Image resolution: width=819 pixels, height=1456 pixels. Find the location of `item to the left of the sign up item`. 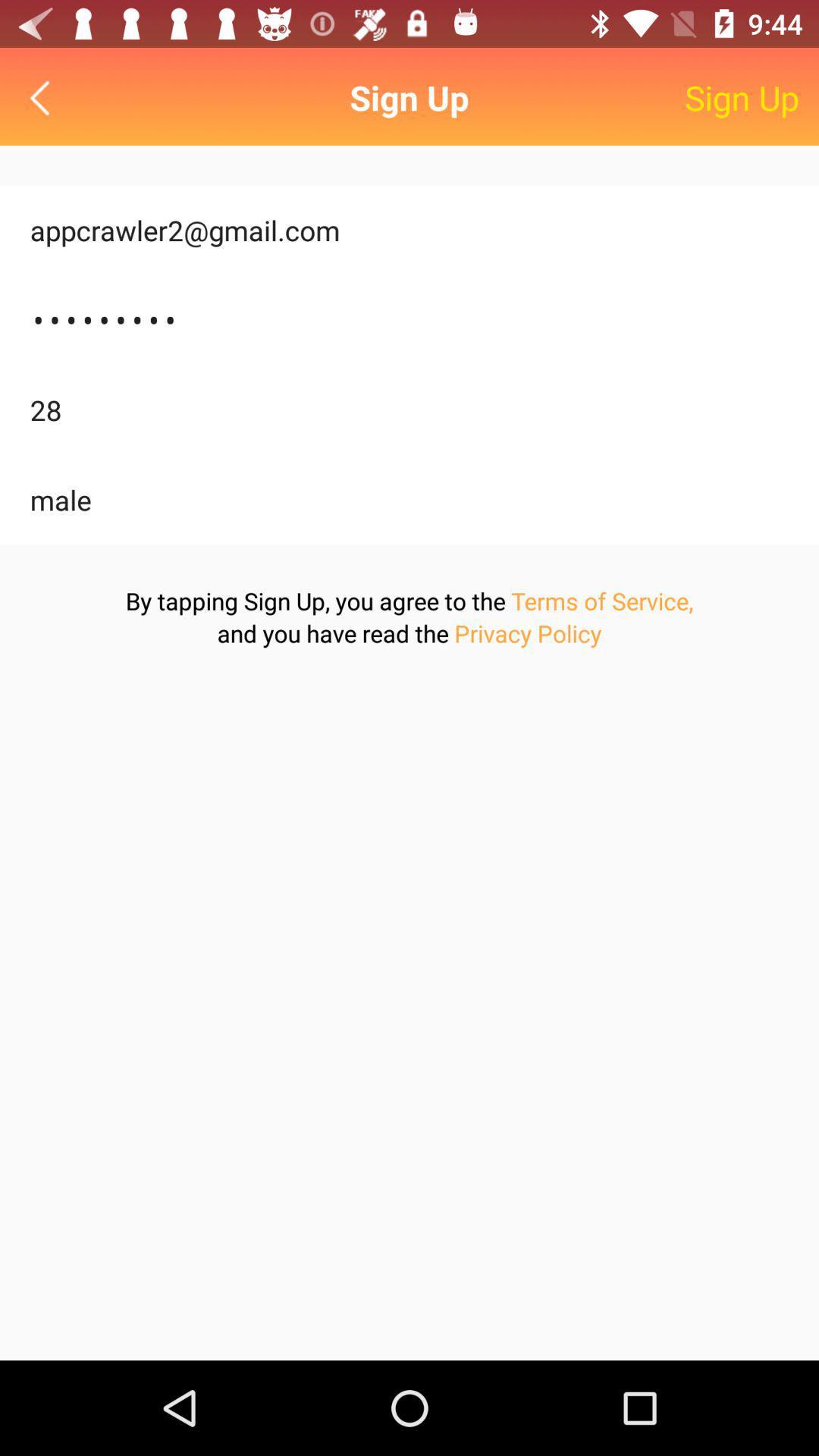

item to the left of the sign up item is located at coordinates (42, 97).